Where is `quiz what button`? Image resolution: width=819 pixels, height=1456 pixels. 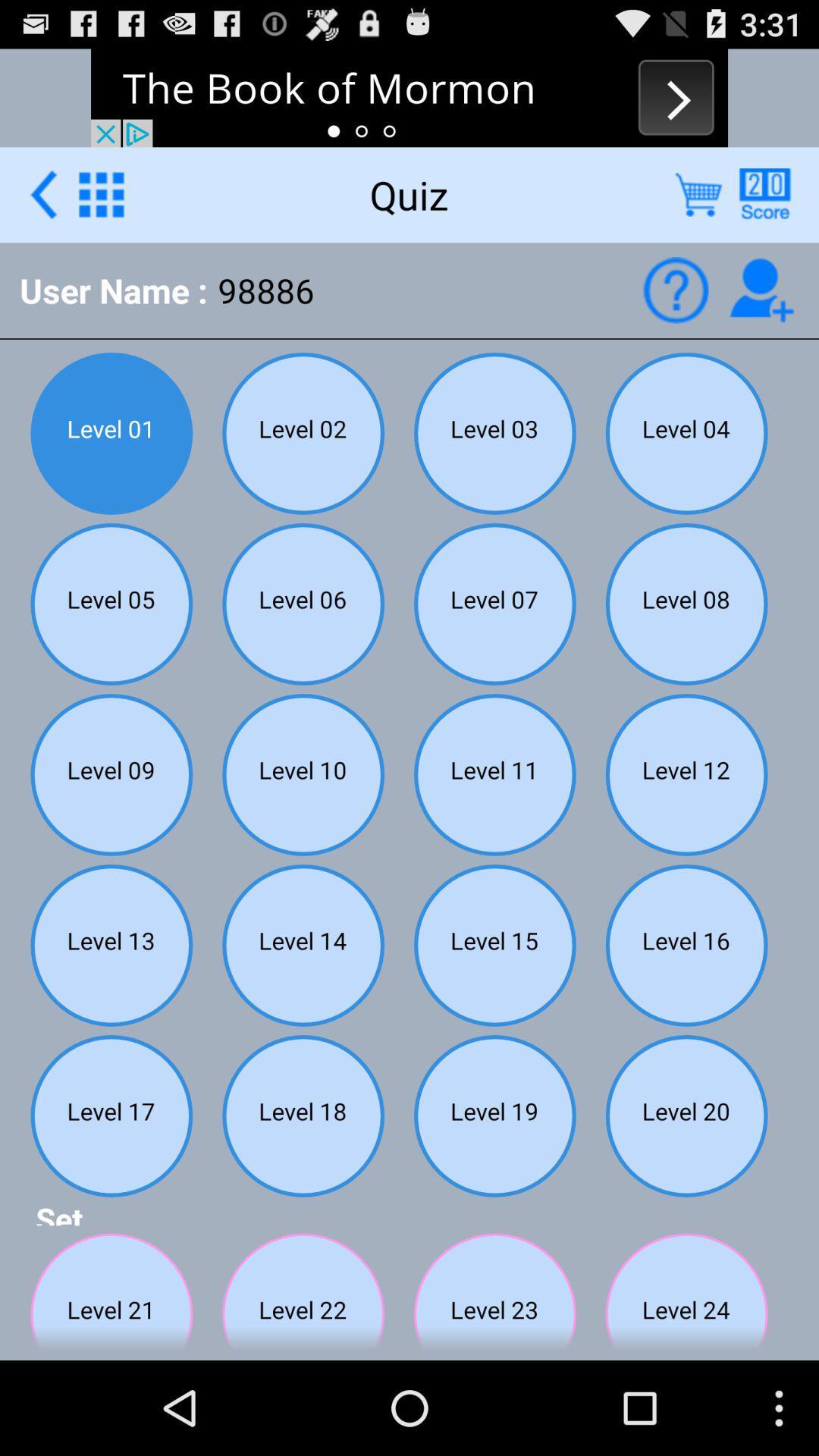
quiz what button is located at coordinates (674, 290).